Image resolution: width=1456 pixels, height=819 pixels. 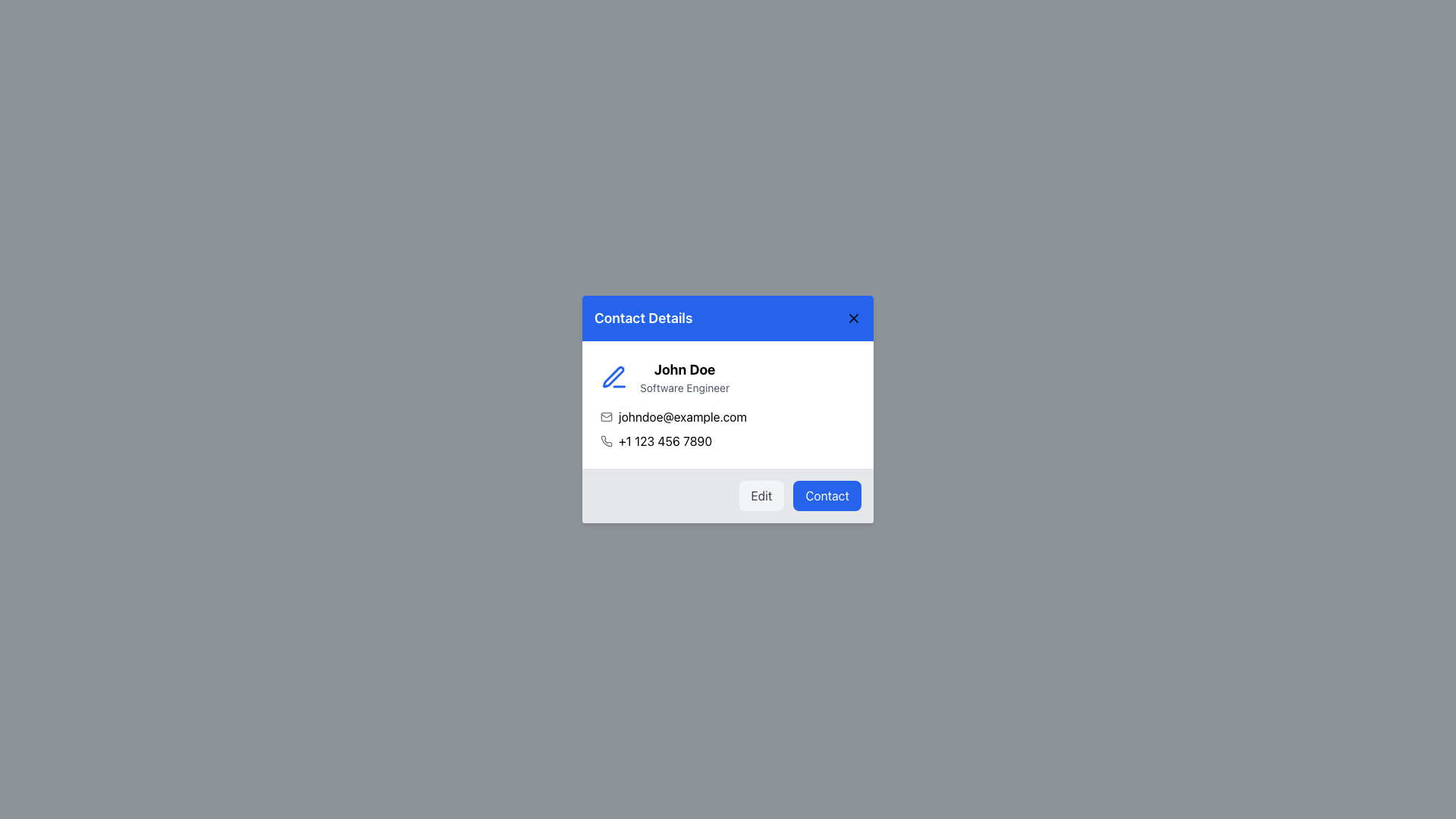 I want to click on the email display element showing 'johndoe@example.com' to trigger the tooltip, so click(x=728, y=417).